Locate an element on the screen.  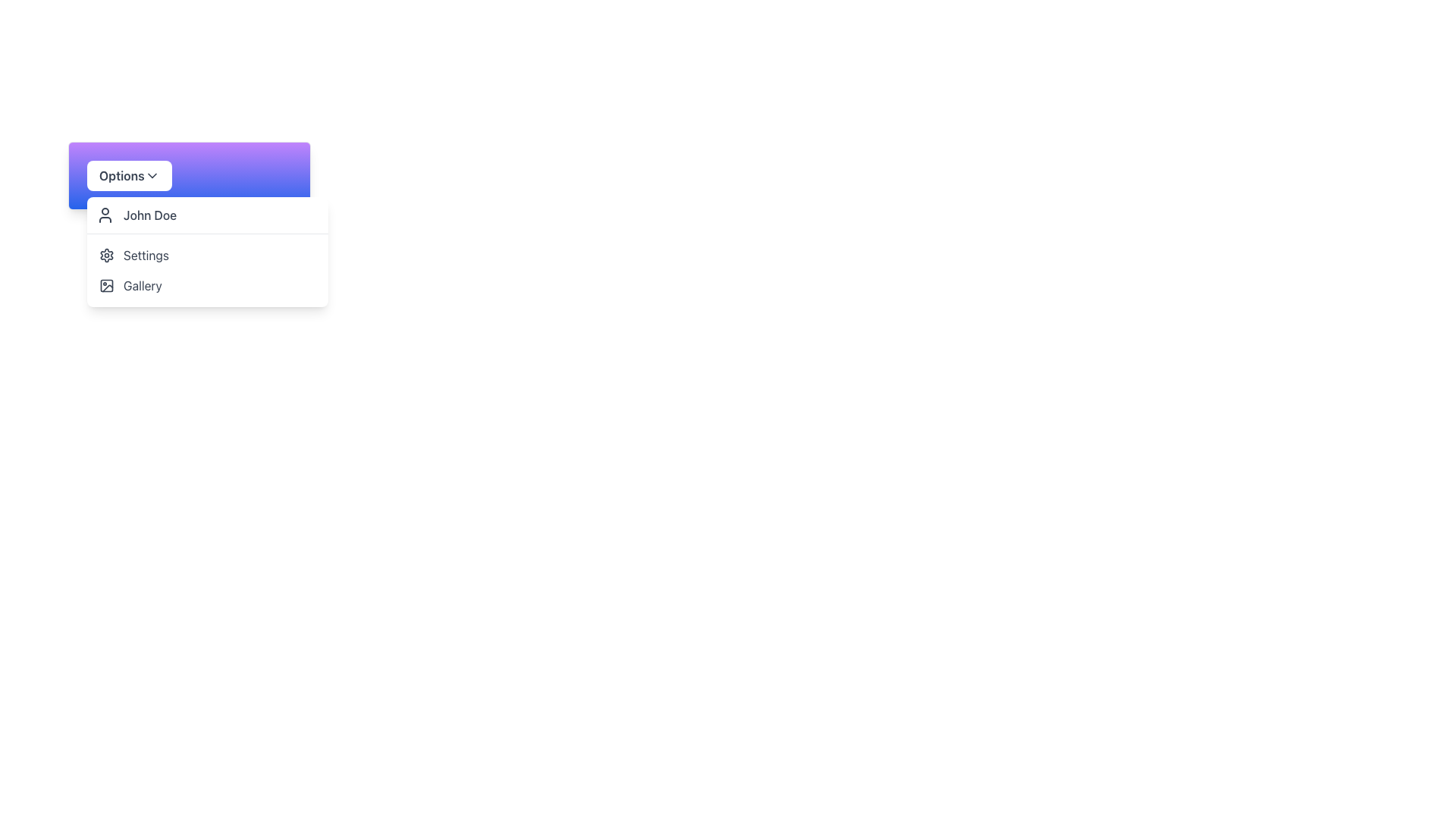
gray text label that says 'Settings', which is the second item in a vertical menu, positioned beneath 'John Doe' and above 'Gallery' is located at coordinates (146, 254).